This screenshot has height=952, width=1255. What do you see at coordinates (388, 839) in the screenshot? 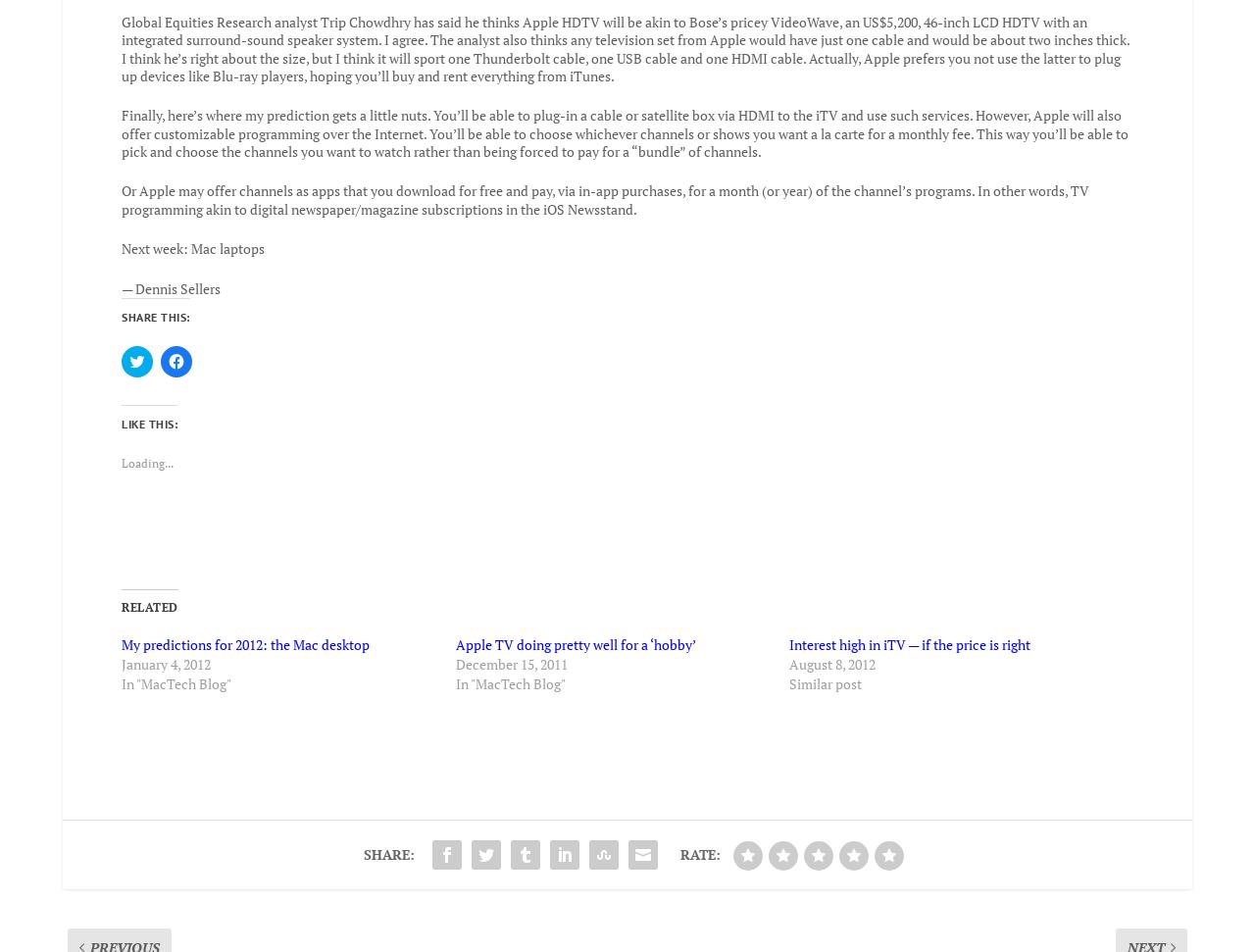
I see `'Share:'` at bounding box center [388, 839].